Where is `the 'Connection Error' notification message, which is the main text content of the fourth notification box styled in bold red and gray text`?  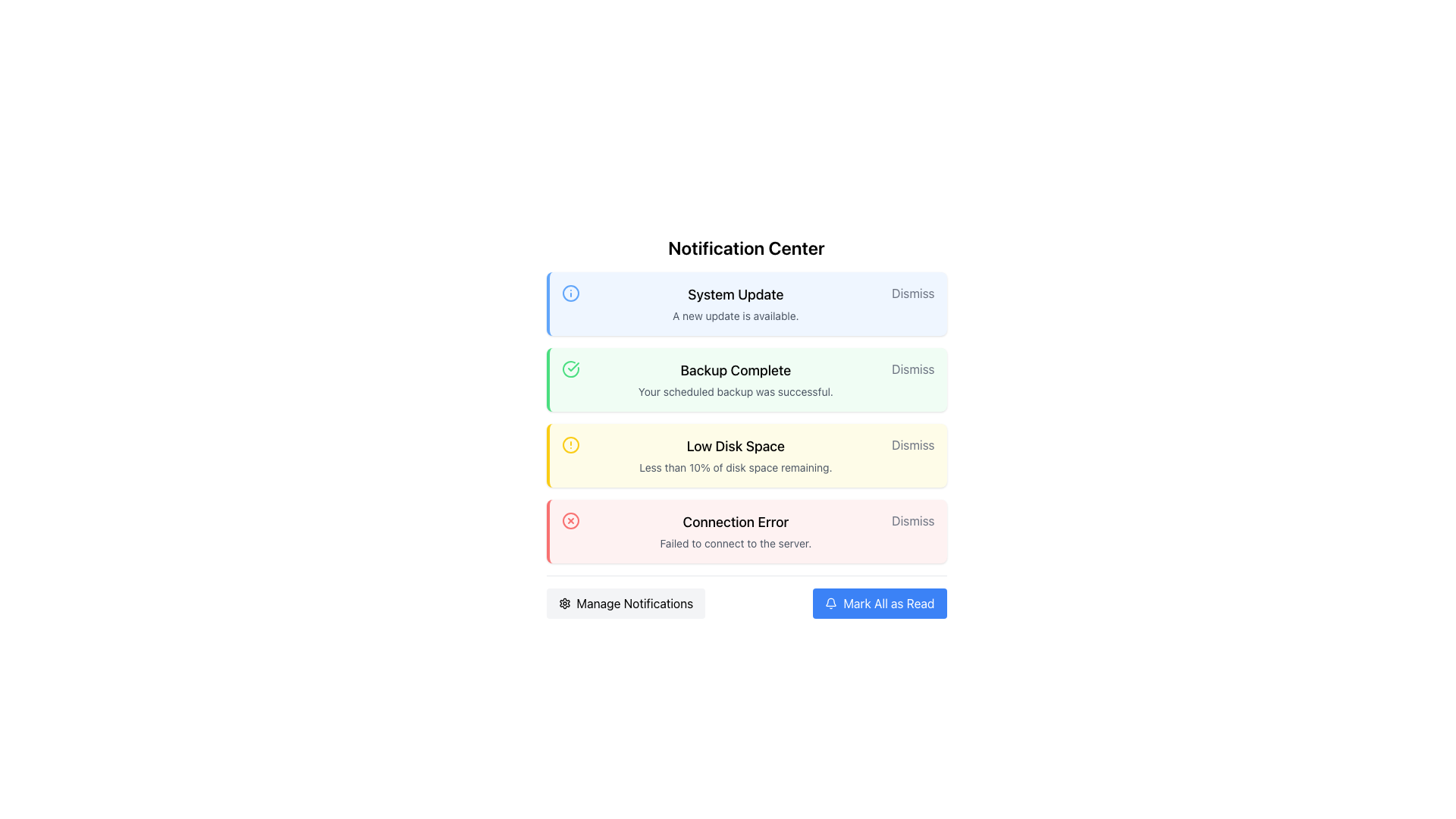
the 'Connection Error' notification message, which is the main text content of the fourth notification box styled in bold red and gray text is located at coordinates (736, 531).